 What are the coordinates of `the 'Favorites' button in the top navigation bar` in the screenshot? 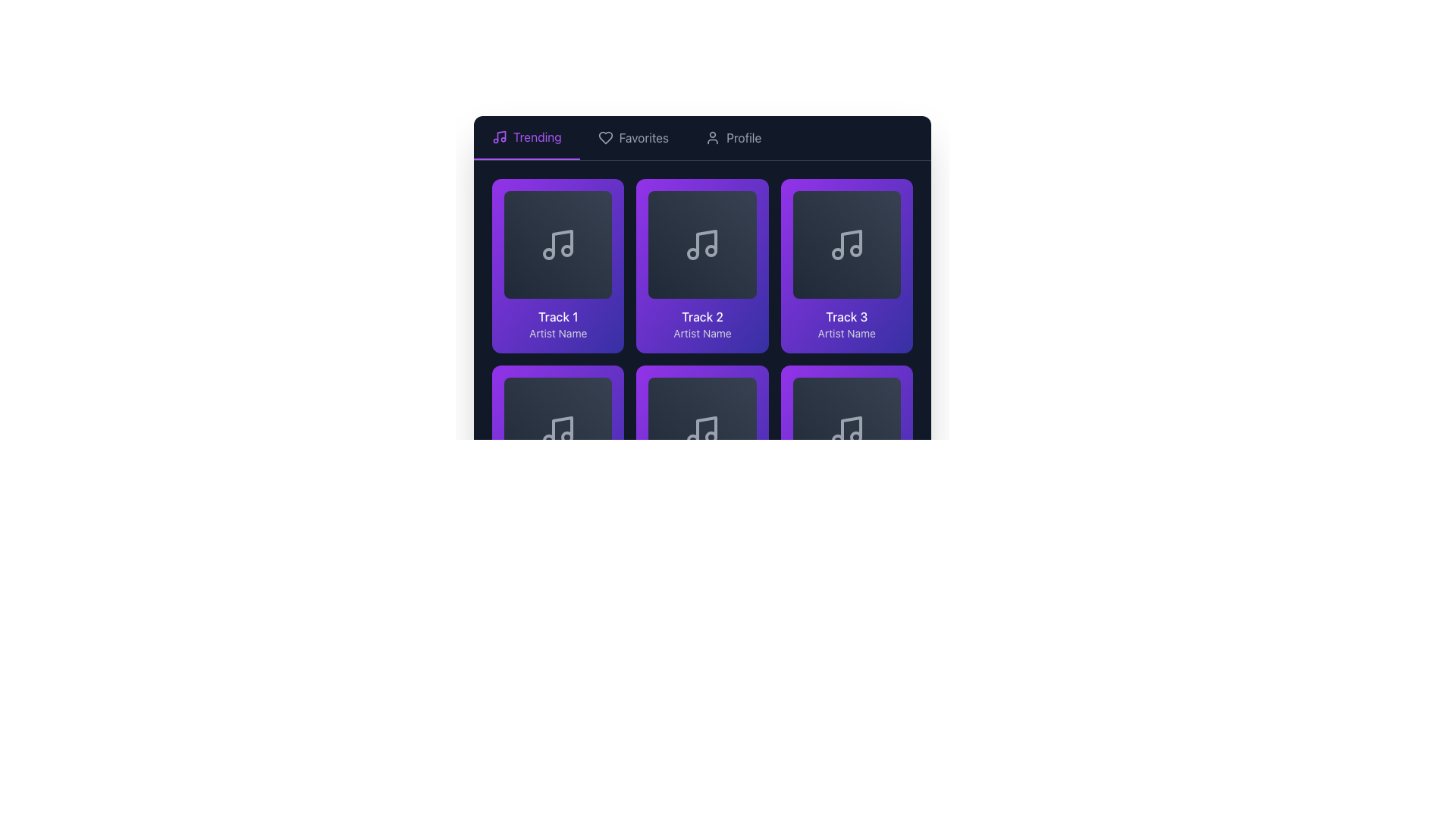 It's located at (701, 138).